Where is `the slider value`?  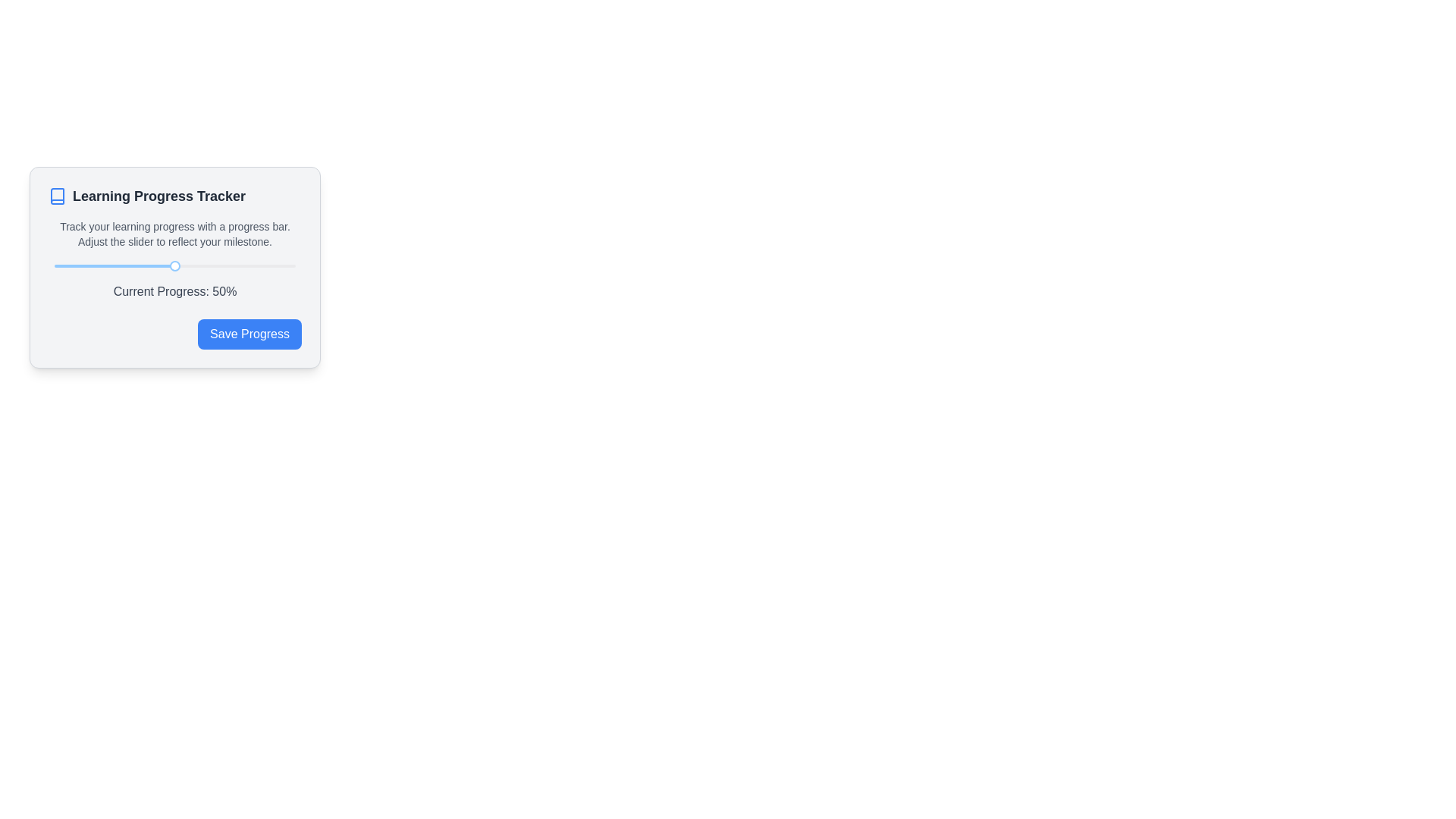 the slider value is located at coordinates (75, 265).